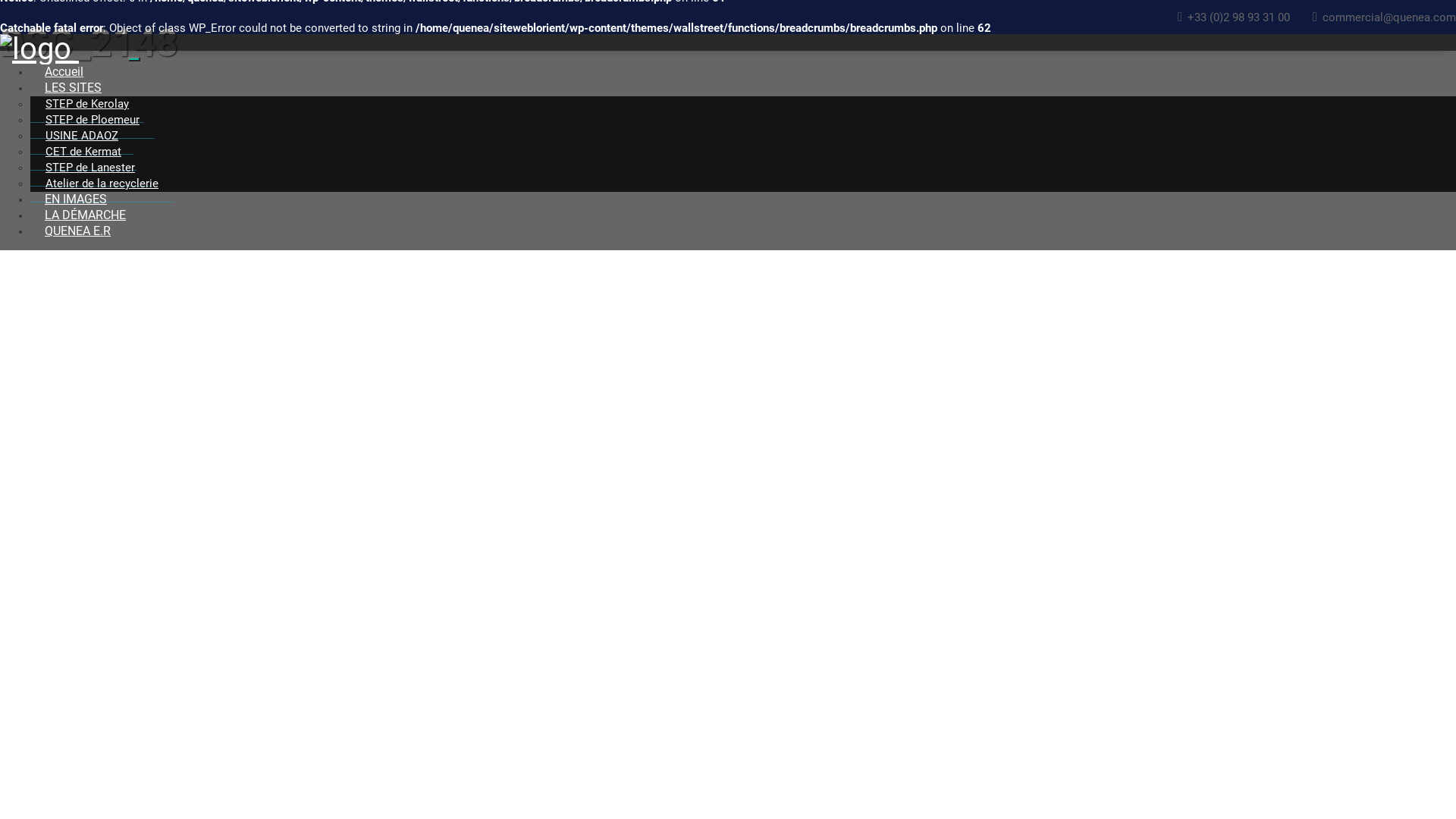  I want to click on 'CET de Kermat', so click(83, 152).